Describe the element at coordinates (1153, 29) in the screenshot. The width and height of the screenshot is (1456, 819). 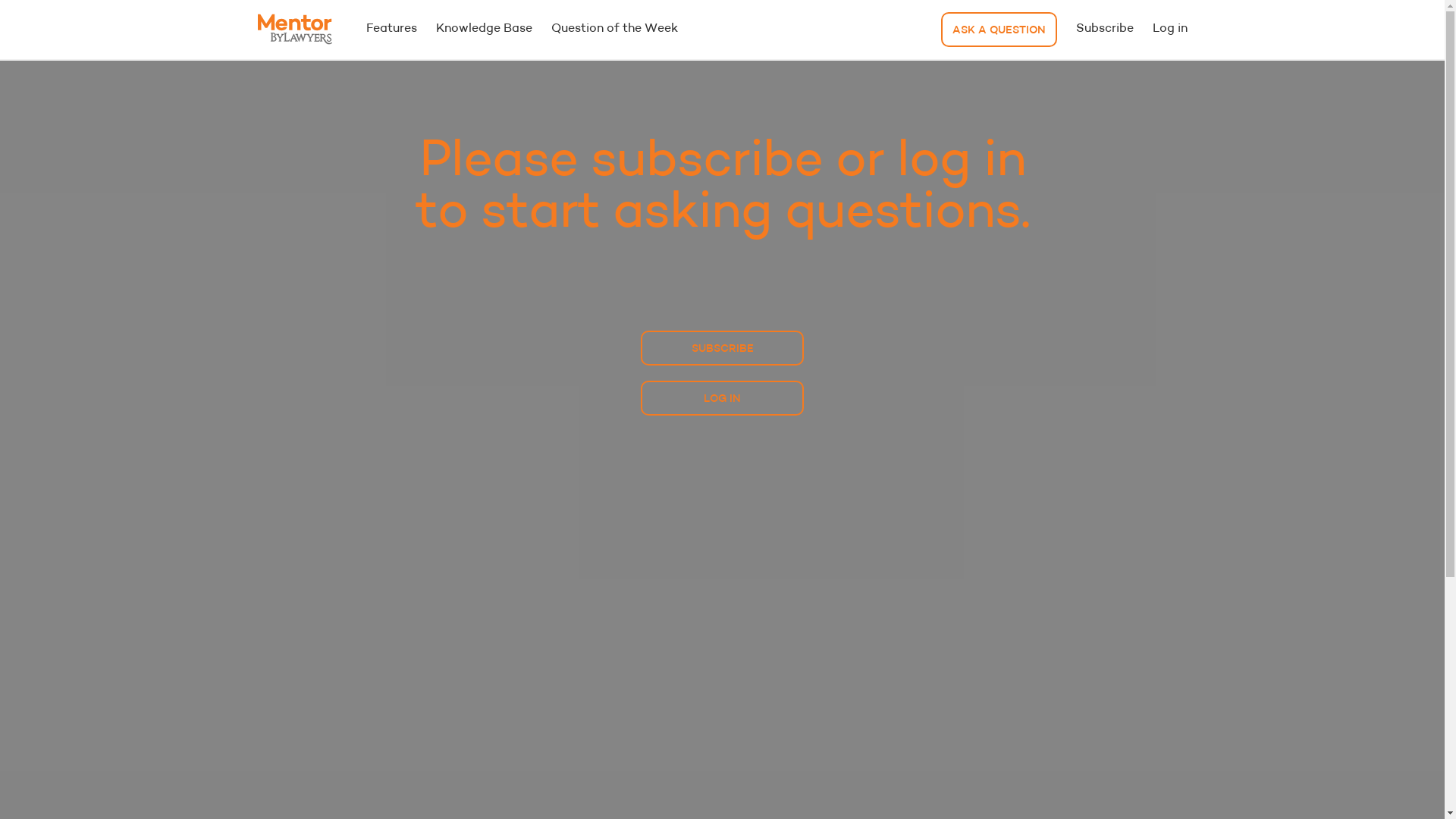
I see `'Log in'` at that location.